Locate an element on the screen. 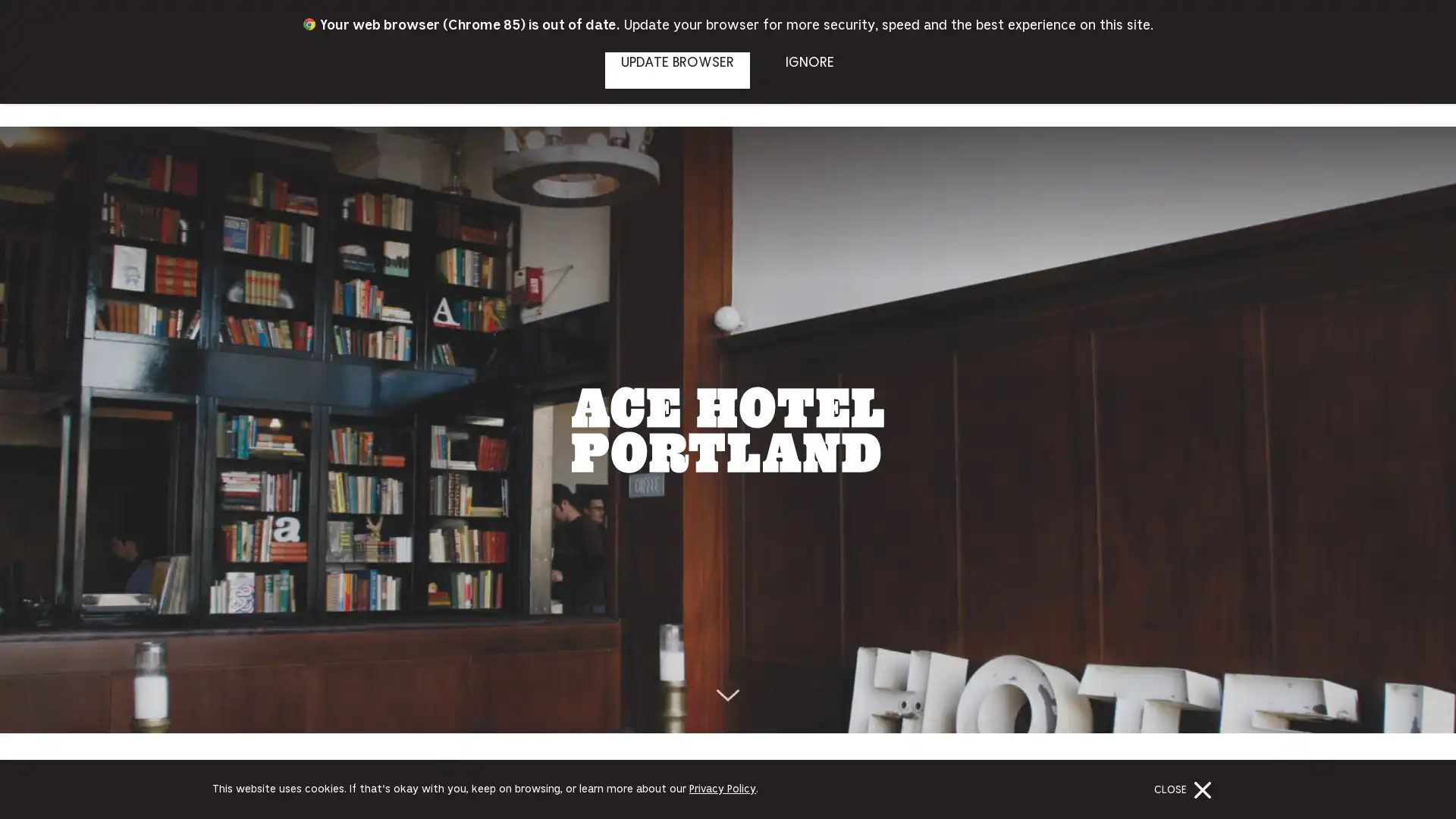 The height and width of the screenshot is (819, 1456). CLOSE COOKIE DISCLOSURE NOTICE is located at coordinates (1185, 789).